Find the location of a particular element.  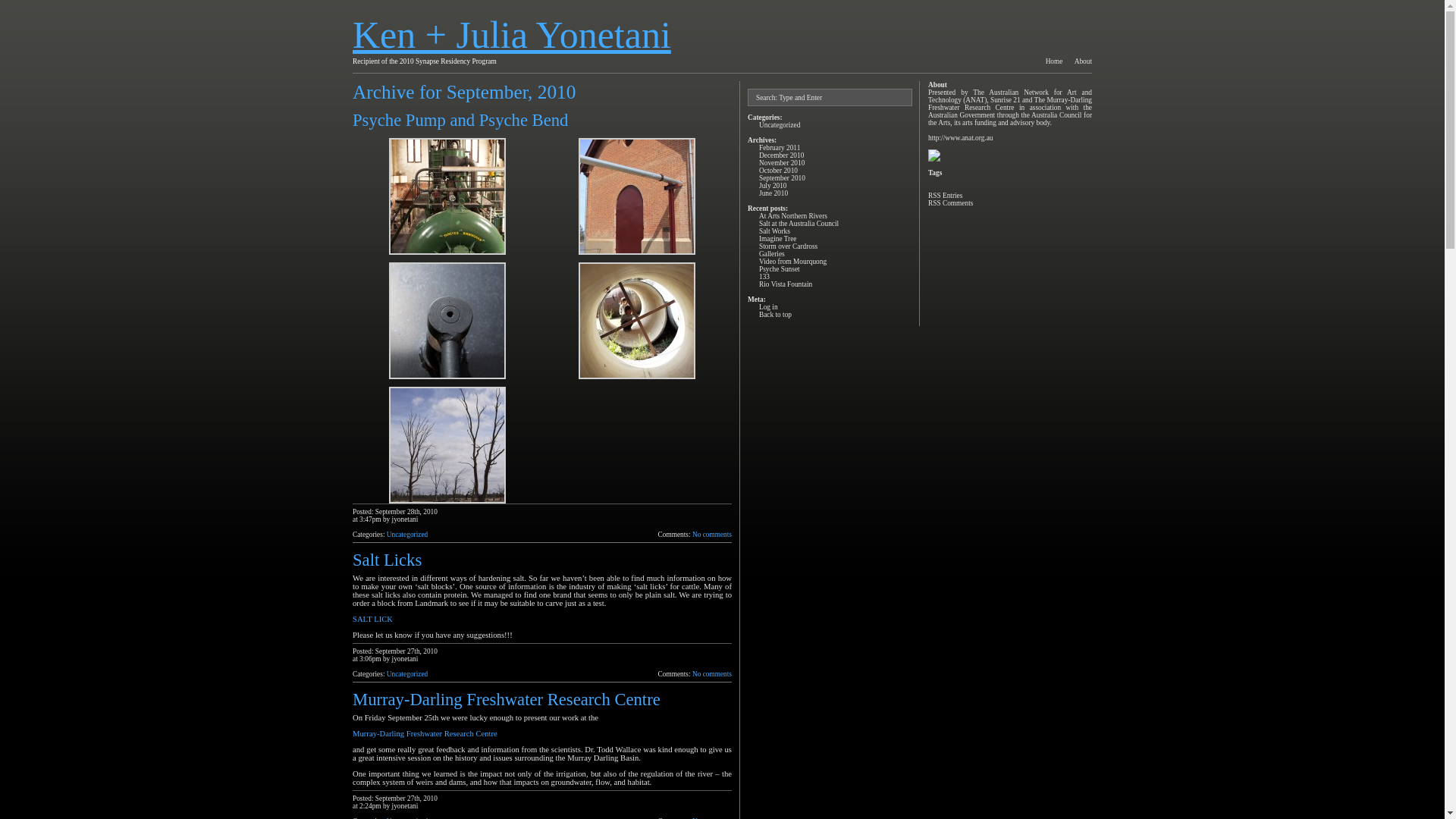

'133' is located at coordinates (759, 277).